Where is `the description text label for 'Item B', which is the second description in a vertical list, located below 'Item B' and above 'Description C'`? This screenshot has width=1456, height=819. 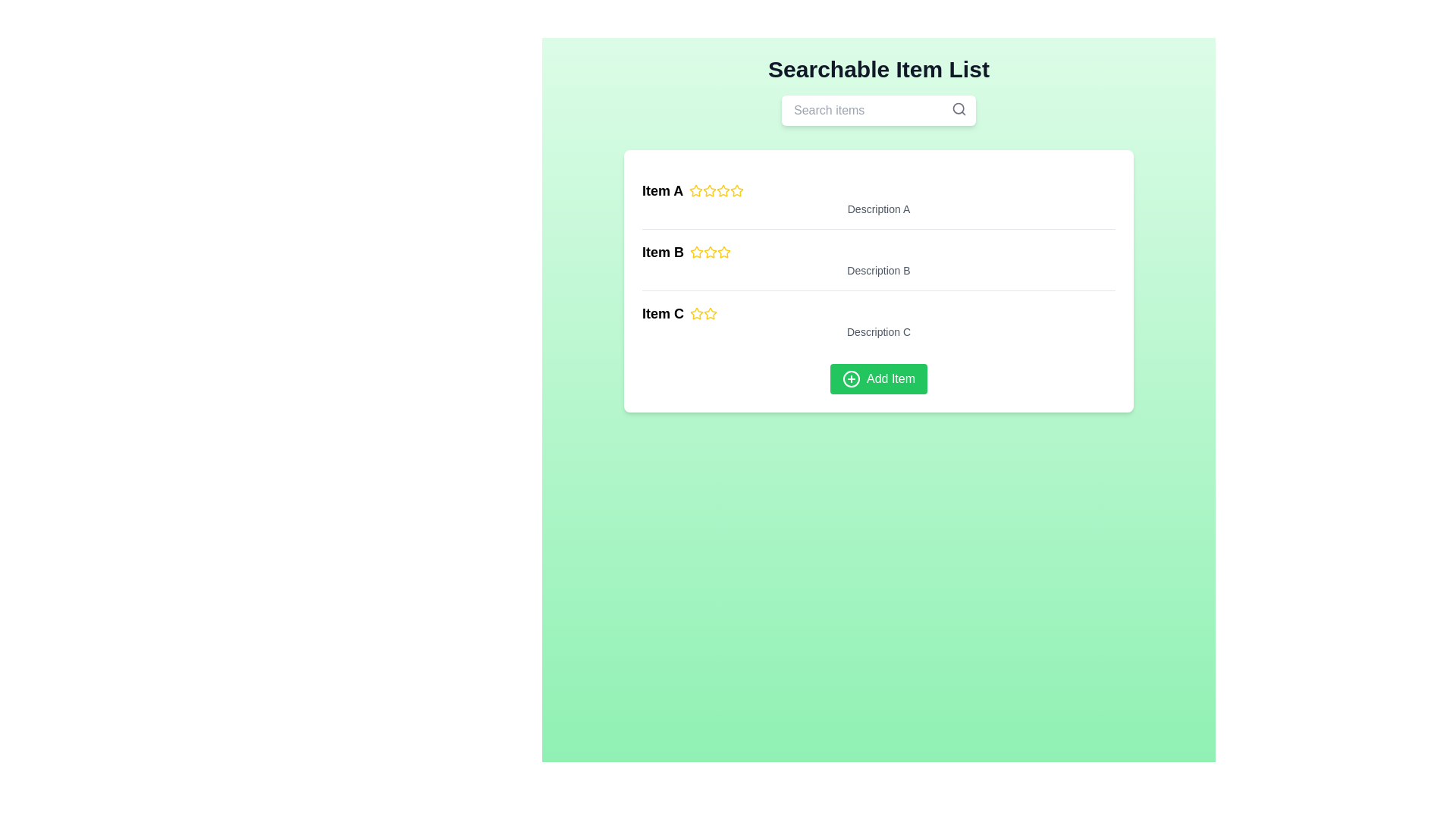 the description text label for 'Item B', which is the second description in a vertical list, located below 'Item B' and above 'Description C' is located at coordinates (878, 281).